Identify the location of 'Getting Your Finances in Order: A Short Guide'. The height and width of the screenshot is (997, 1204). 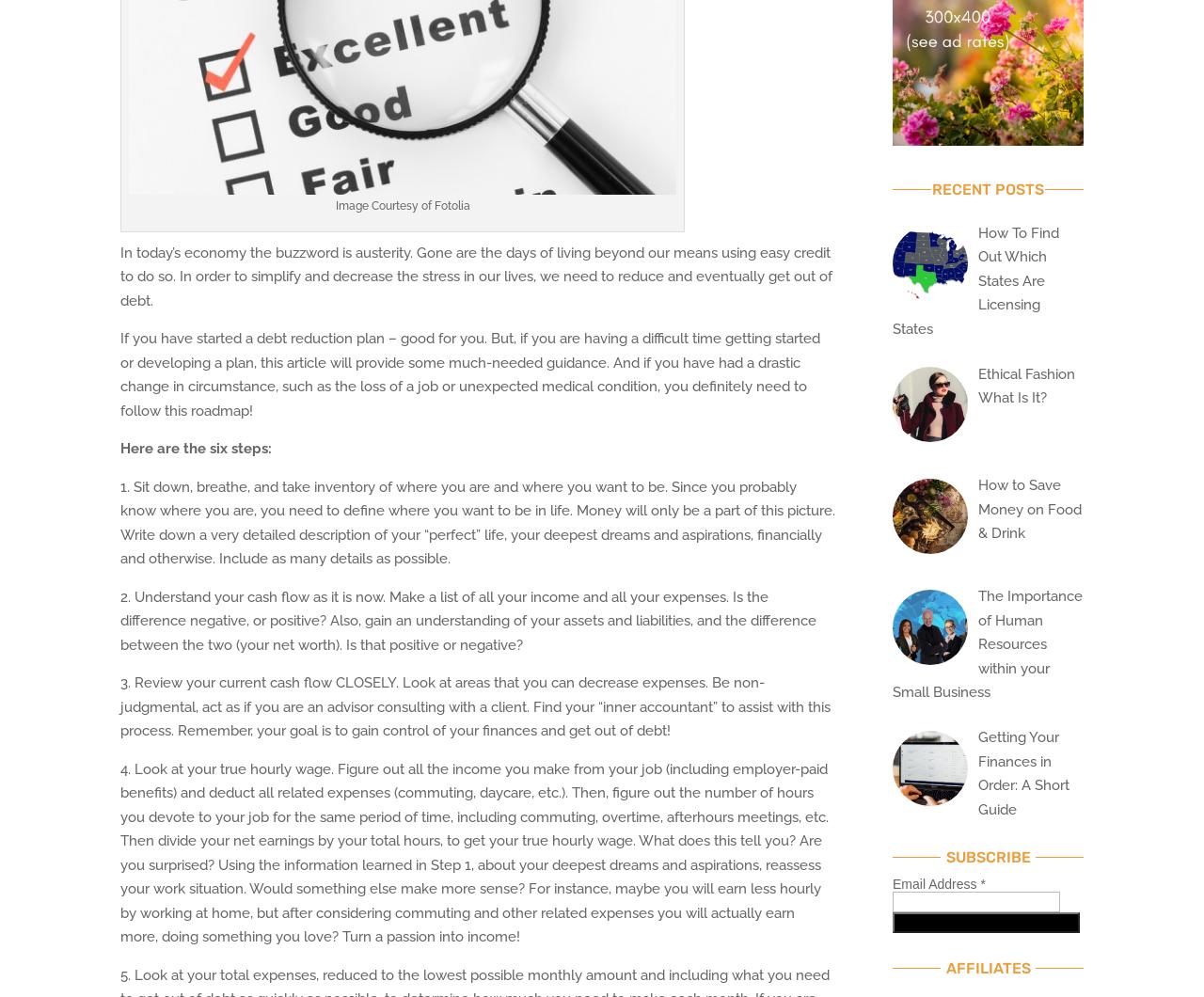
(1022, 773).